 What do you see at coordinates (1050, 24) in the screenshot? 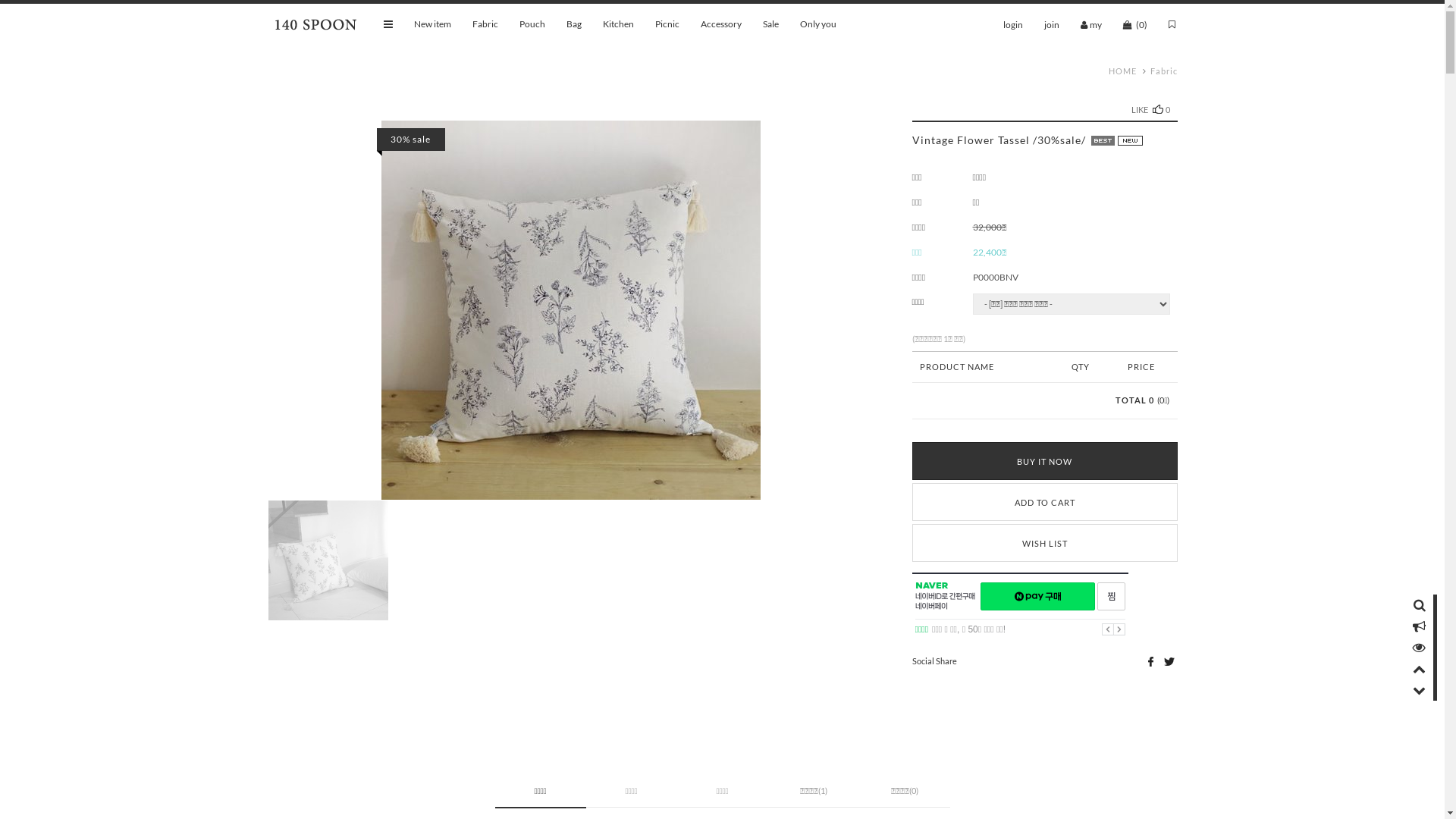
I see `'join'` at bounding box center [1050, 24].